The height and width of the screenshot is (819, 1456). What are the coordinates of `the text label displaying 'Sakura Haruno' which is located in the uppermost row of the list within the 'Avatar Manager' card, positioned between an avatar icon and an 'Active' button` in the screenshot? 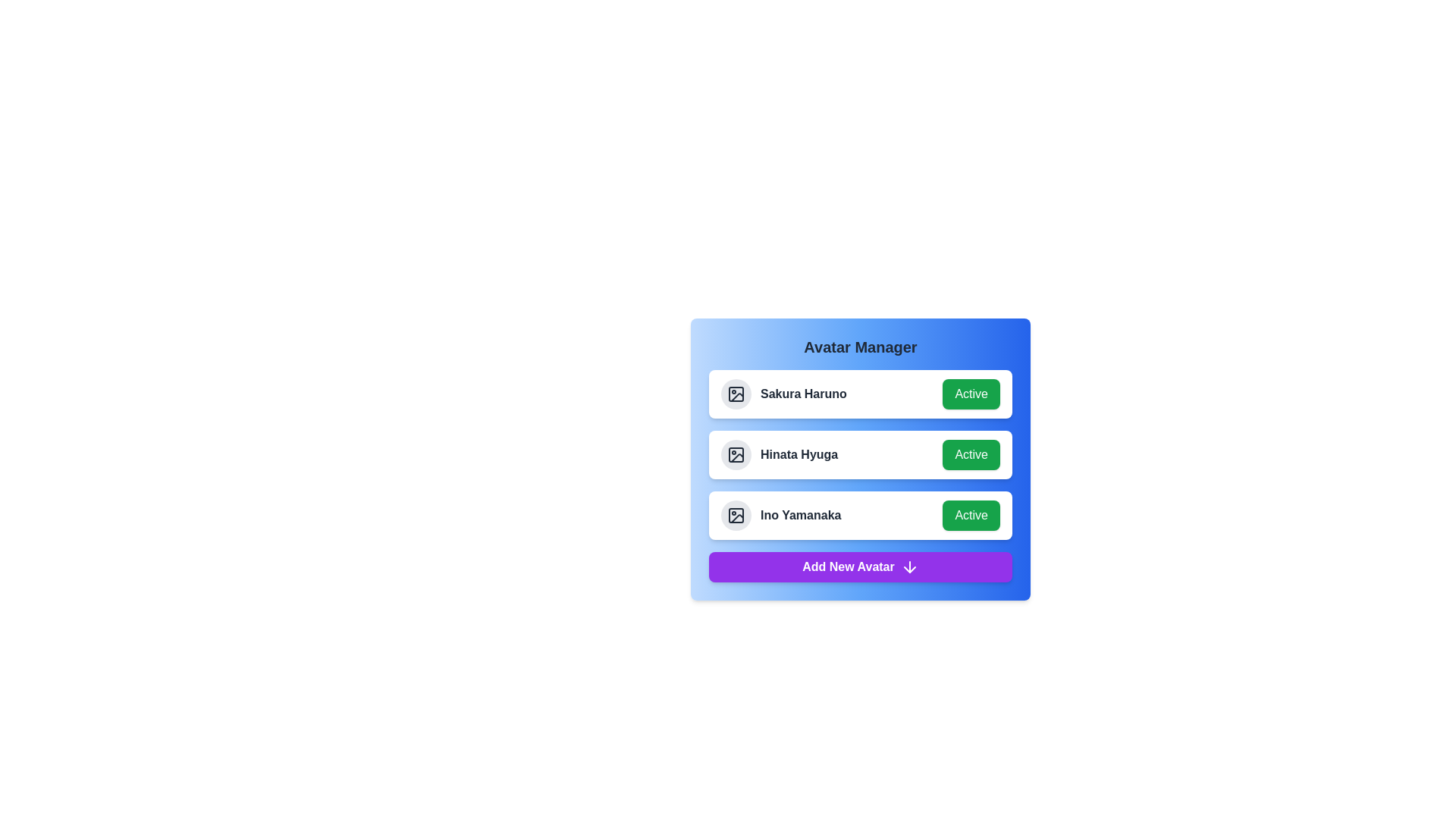 It's located at (802, 394).